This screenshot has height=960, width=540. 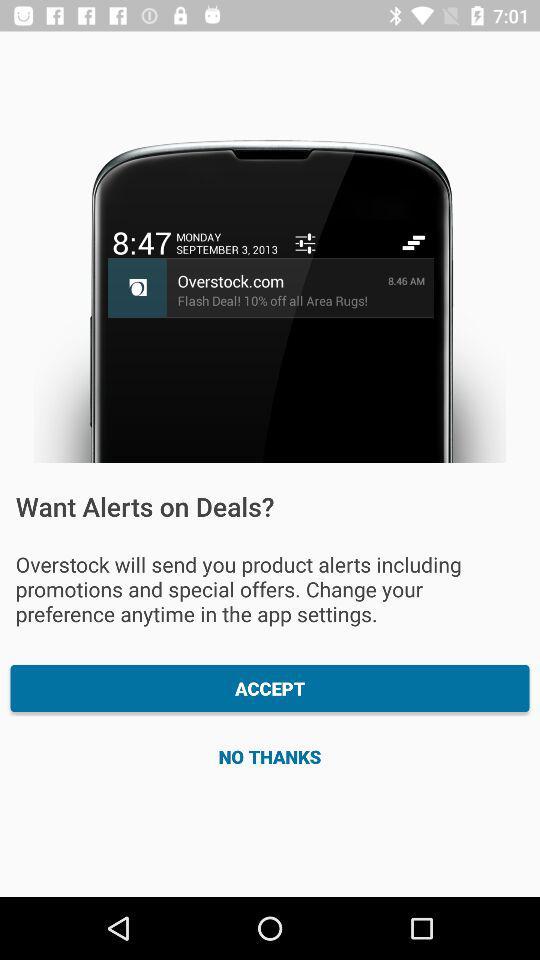 What do you see at coordinates (270, 755) in the screenshot?
I see `no thanks item` at bounding box center [270, 755].